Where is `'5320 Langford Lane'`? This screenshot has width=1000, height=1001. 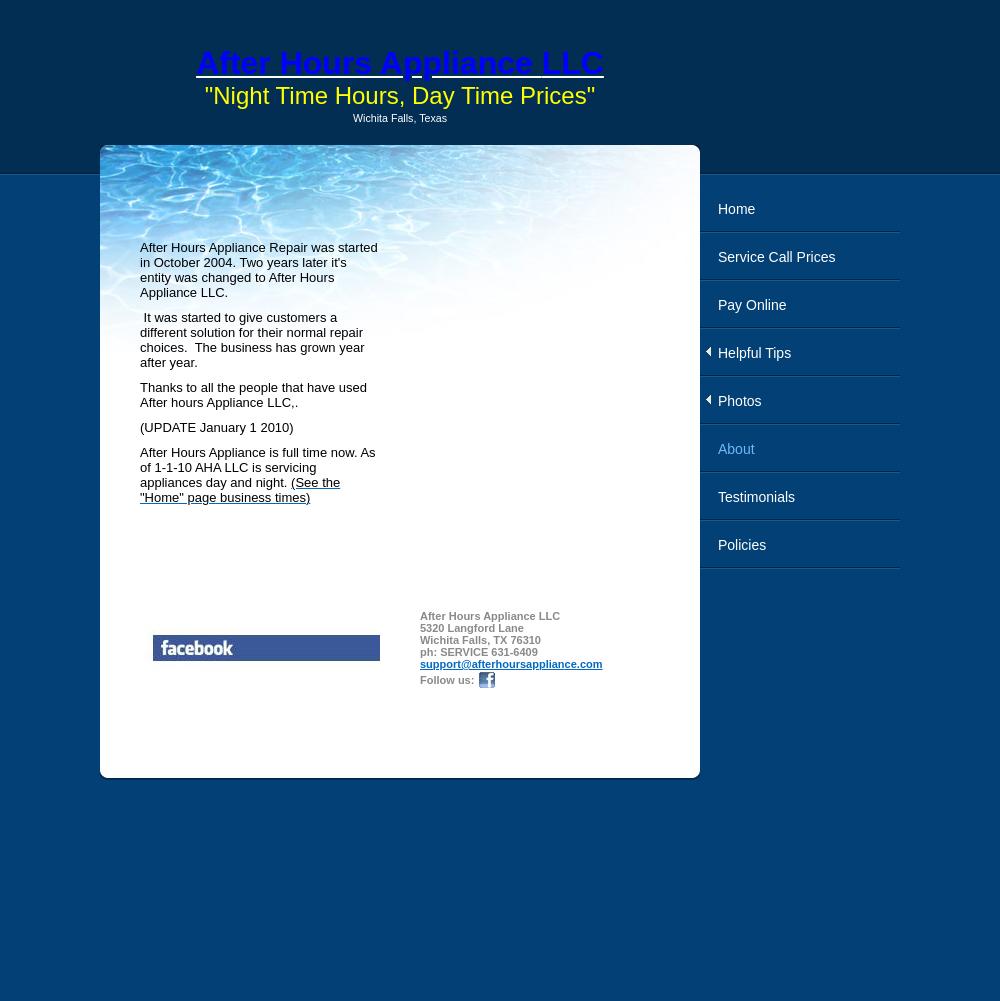
'5320 Langford Lane' is located at coordinates (470, 628).